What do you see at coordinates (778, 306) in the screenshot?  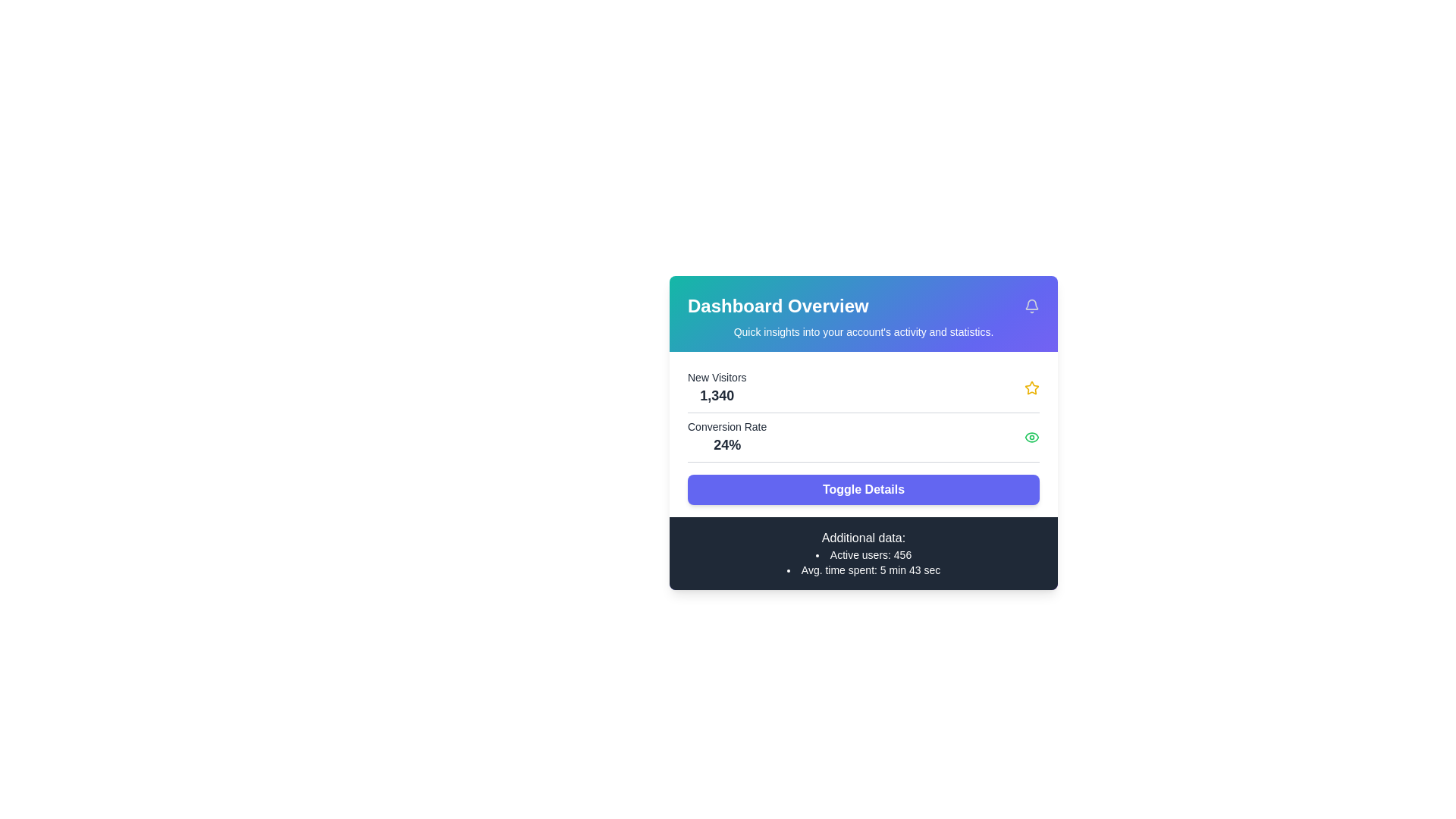 I see `the text element displaying 'Dashboard Overview'` at bounding box center [778, 306].